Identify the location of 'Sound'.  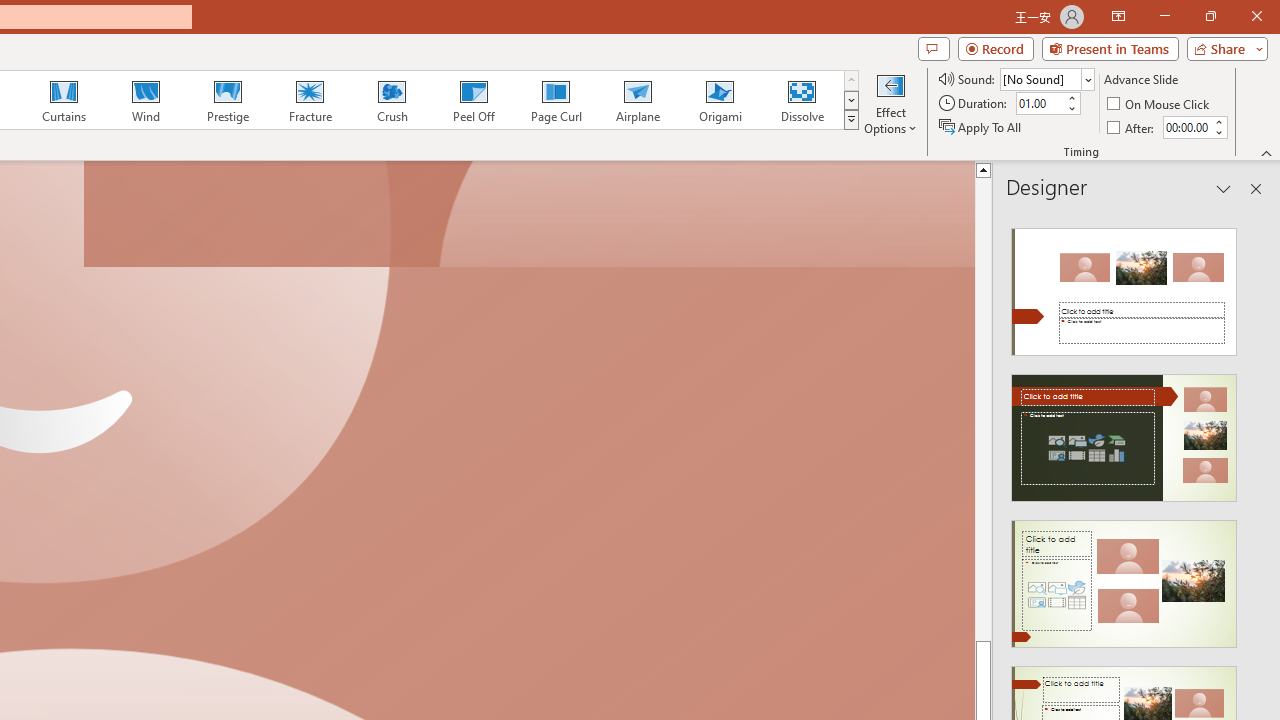
(1046, 78).